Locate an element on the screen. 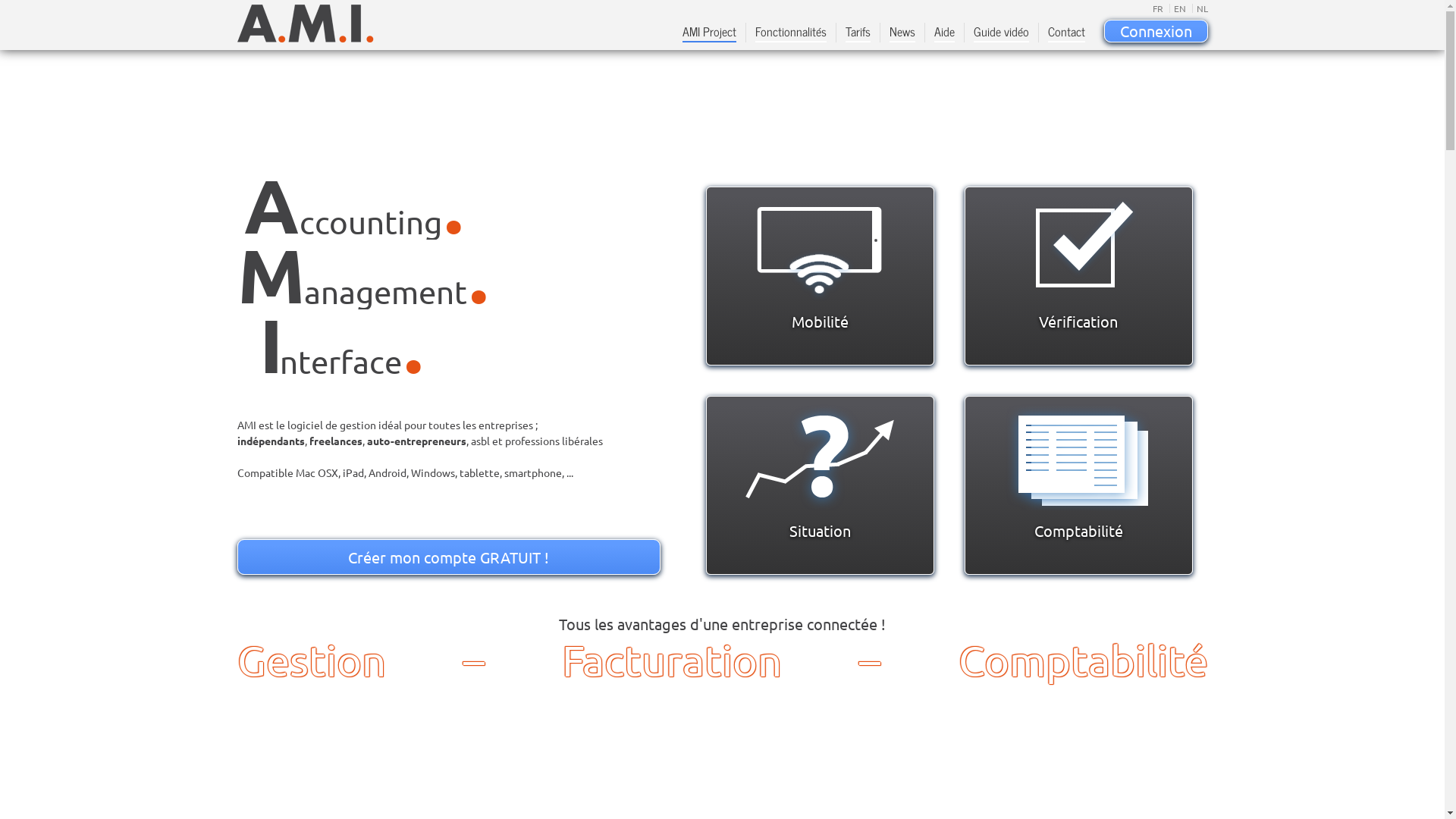 The height and width of the screenshot is (819, 1456). 'Tarifs' is located at coordinates (843, 33).